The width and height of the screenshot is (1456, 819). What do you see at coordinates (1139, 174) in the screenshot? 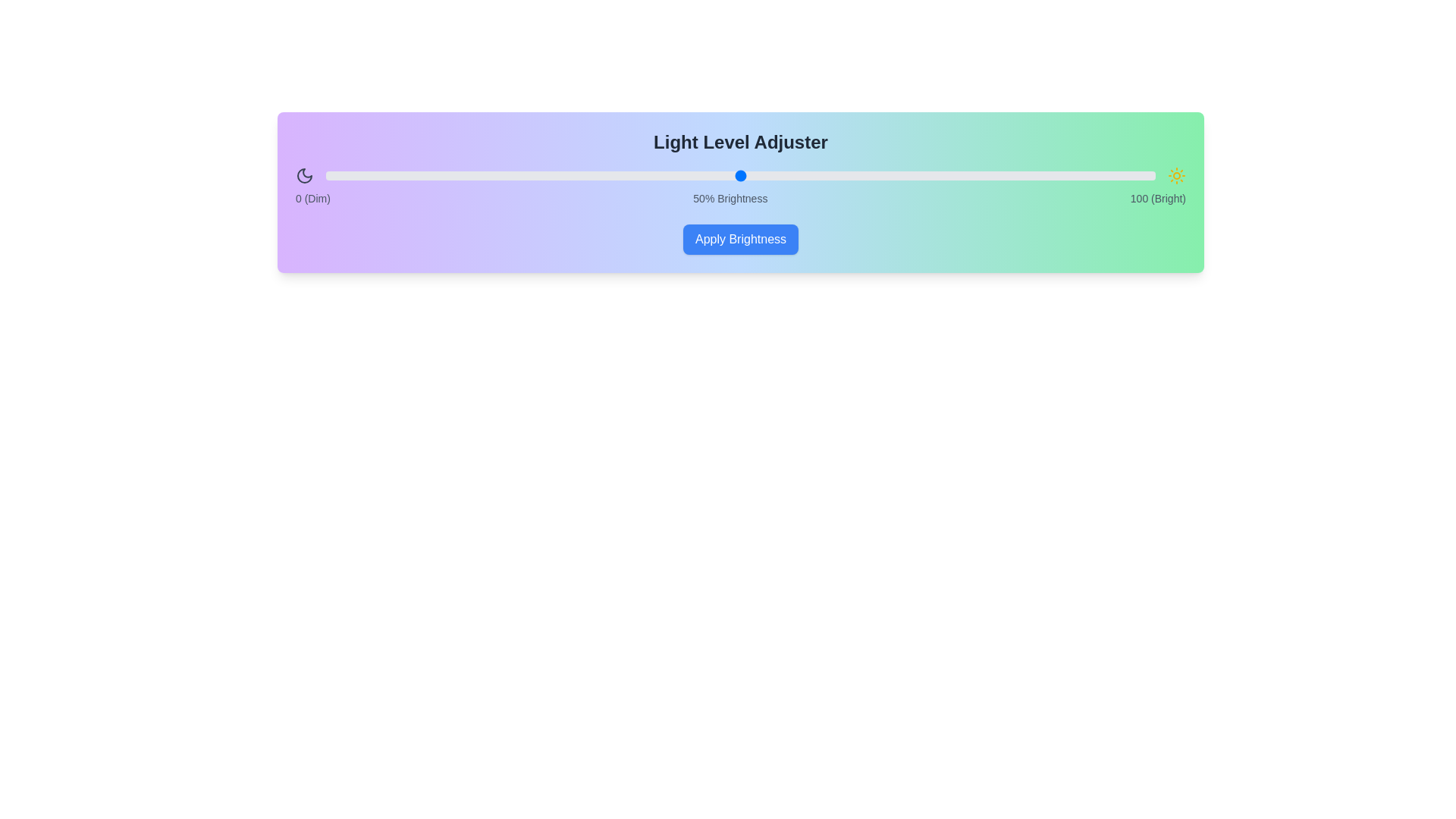
I see `the brightness slider to 98%` at bounding box center [1139, 174].